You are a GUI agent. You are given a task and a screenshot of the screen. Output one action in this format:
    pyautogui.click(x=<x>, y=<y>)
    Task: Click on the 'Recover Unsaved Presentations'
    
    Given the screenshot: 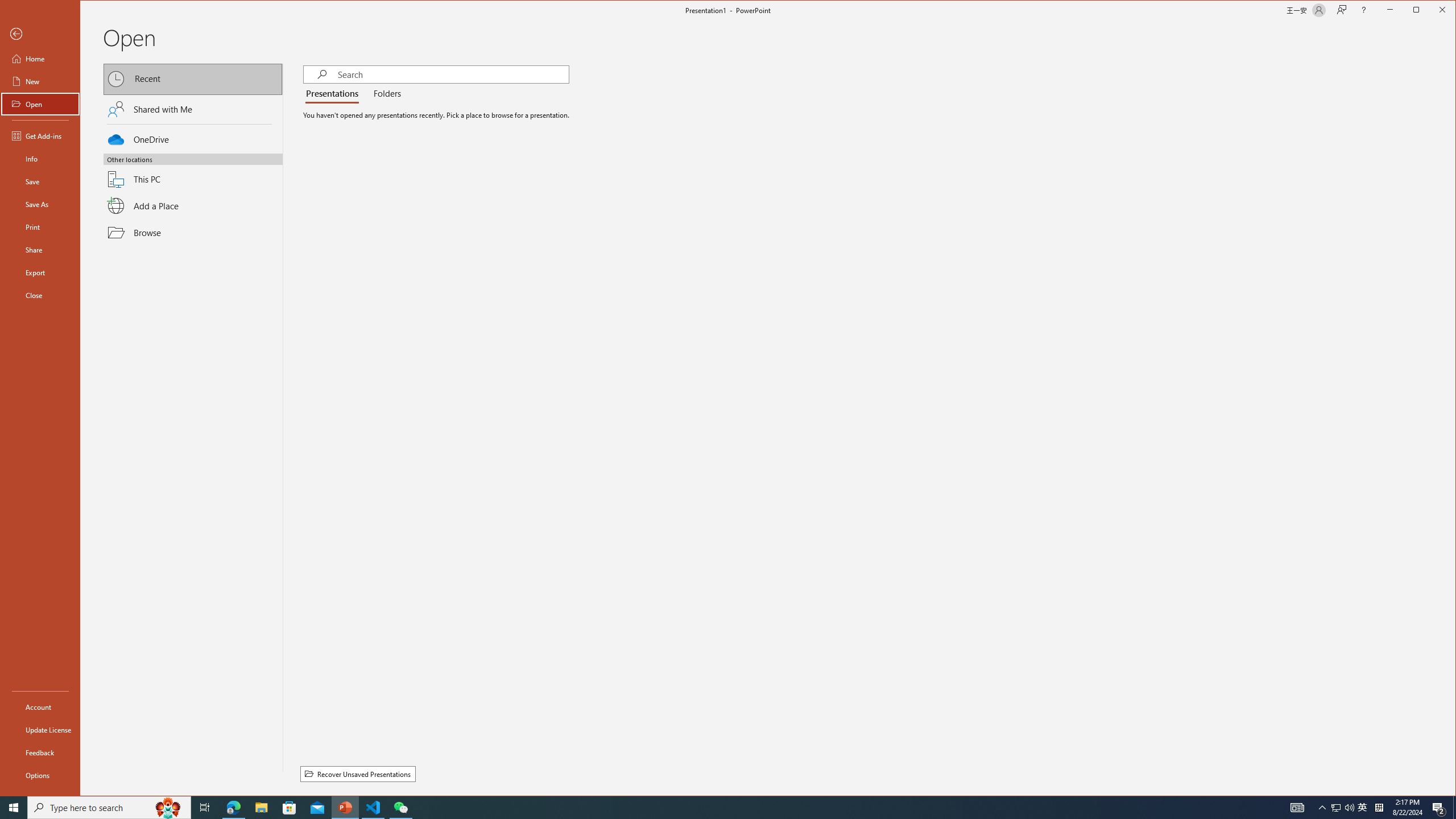 What is the action you would take?
    pyautogui.click(x=357, y=773)
    